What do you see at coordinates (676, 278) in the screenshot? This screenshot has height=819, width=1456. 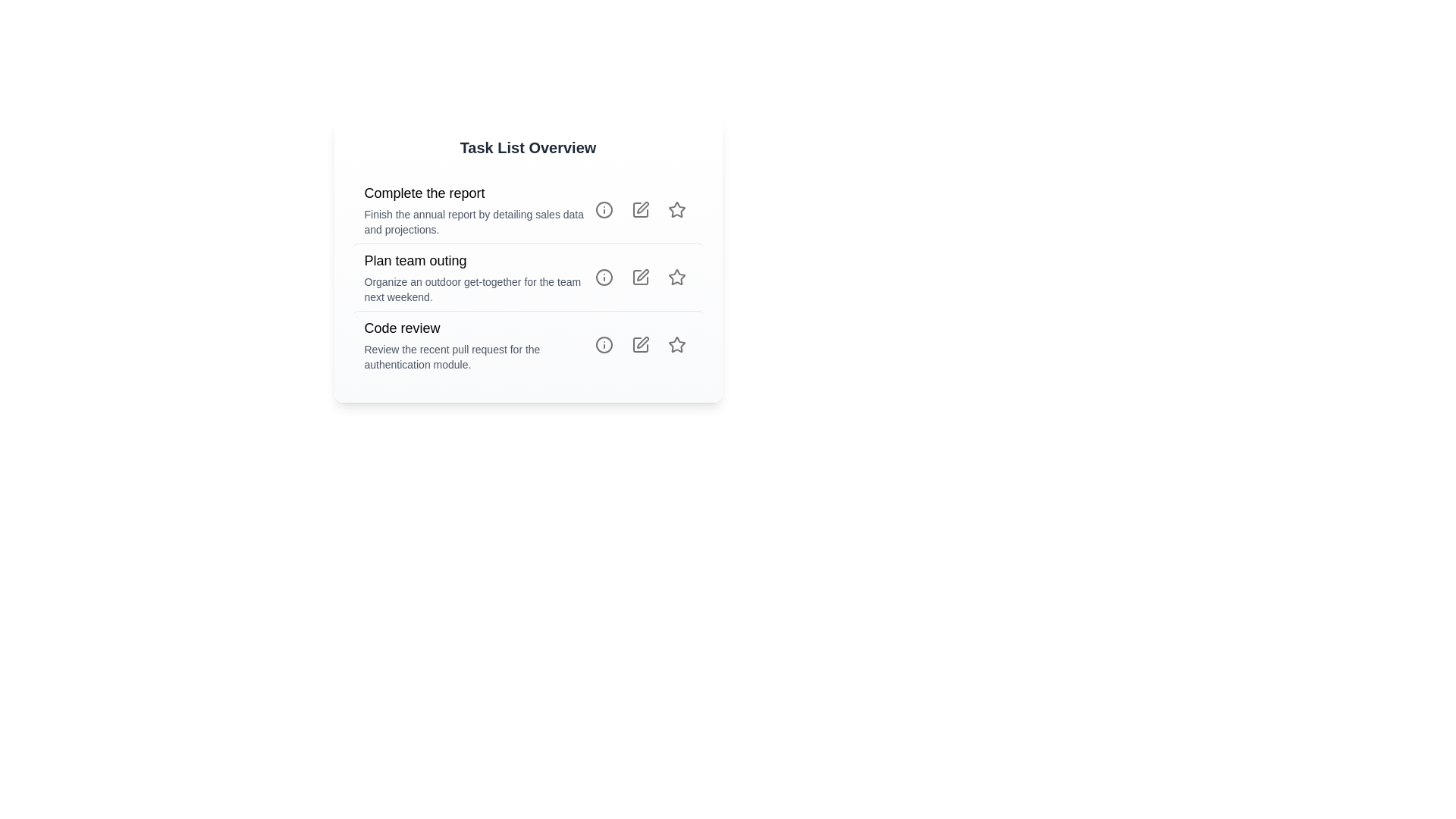 I see `the yellow-colored star icon button, which is the third button in the row of icons for 'Plan team outing'` at bounding box center [676, 278].